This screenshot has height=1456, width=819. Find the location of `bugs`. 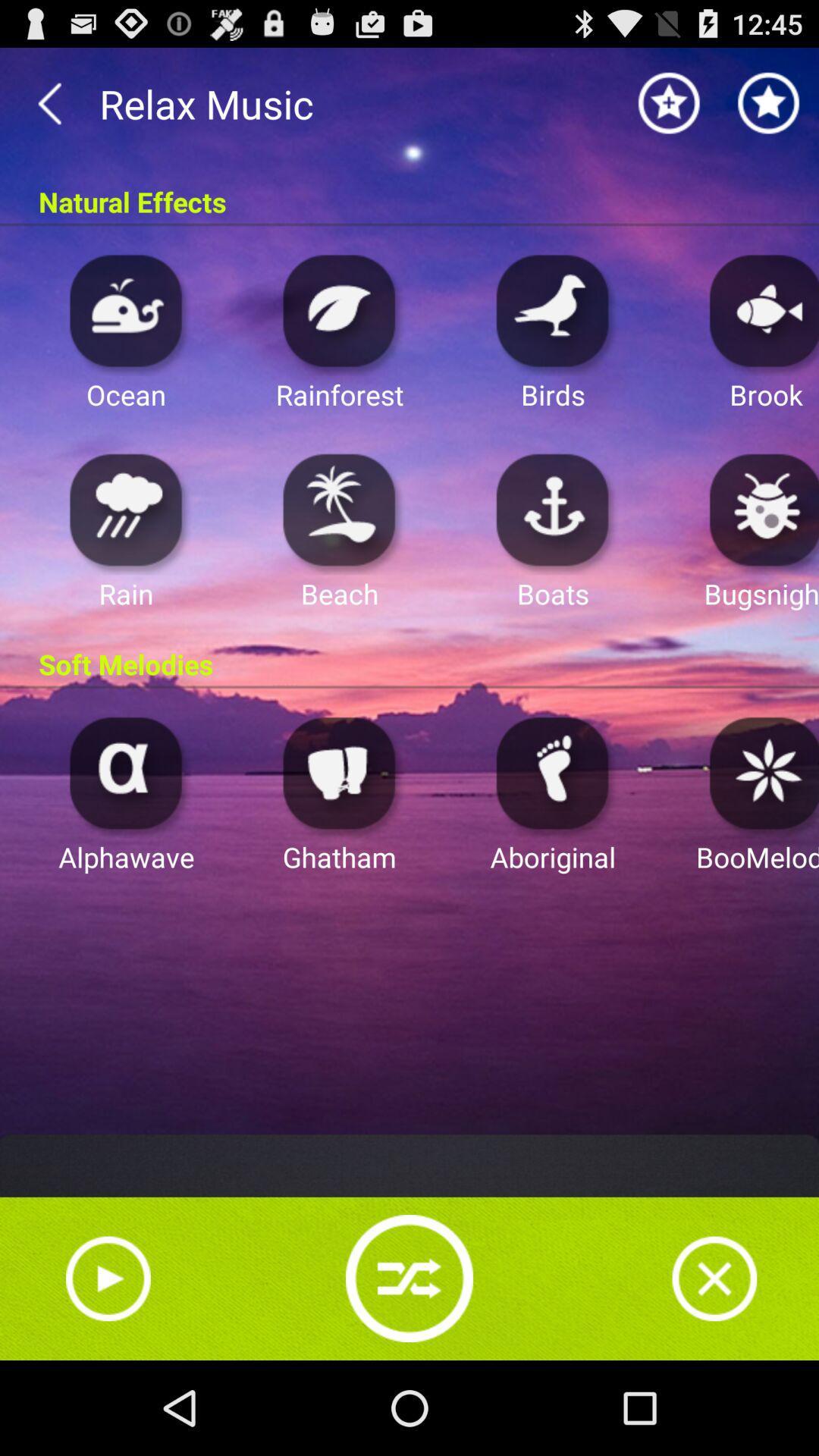

bugs is located at coordinates (760, 509).